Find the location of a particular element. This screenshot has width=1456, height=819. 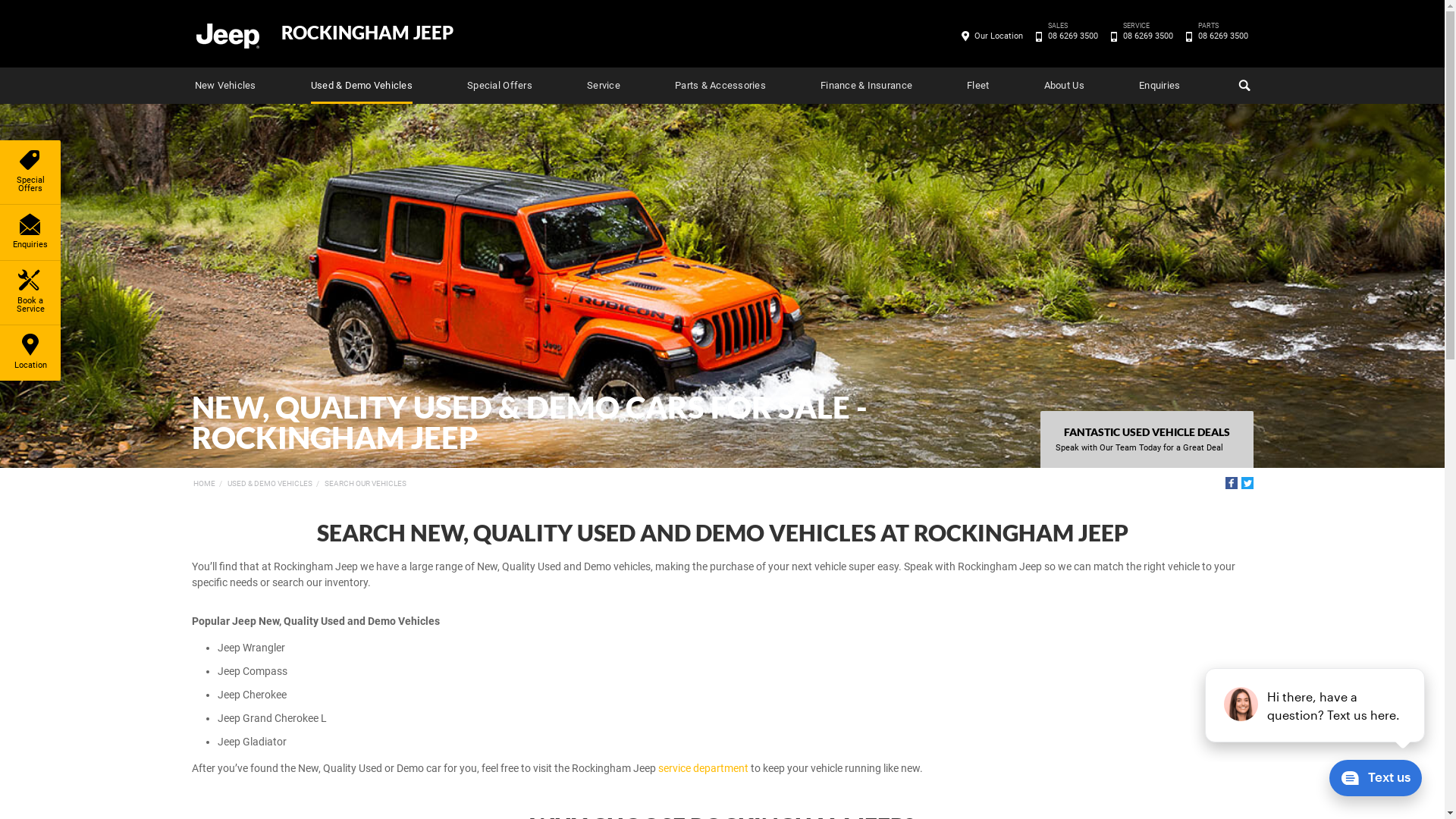

'SEARCH OUR VEHICLES' is located at coordinates (365, 483).